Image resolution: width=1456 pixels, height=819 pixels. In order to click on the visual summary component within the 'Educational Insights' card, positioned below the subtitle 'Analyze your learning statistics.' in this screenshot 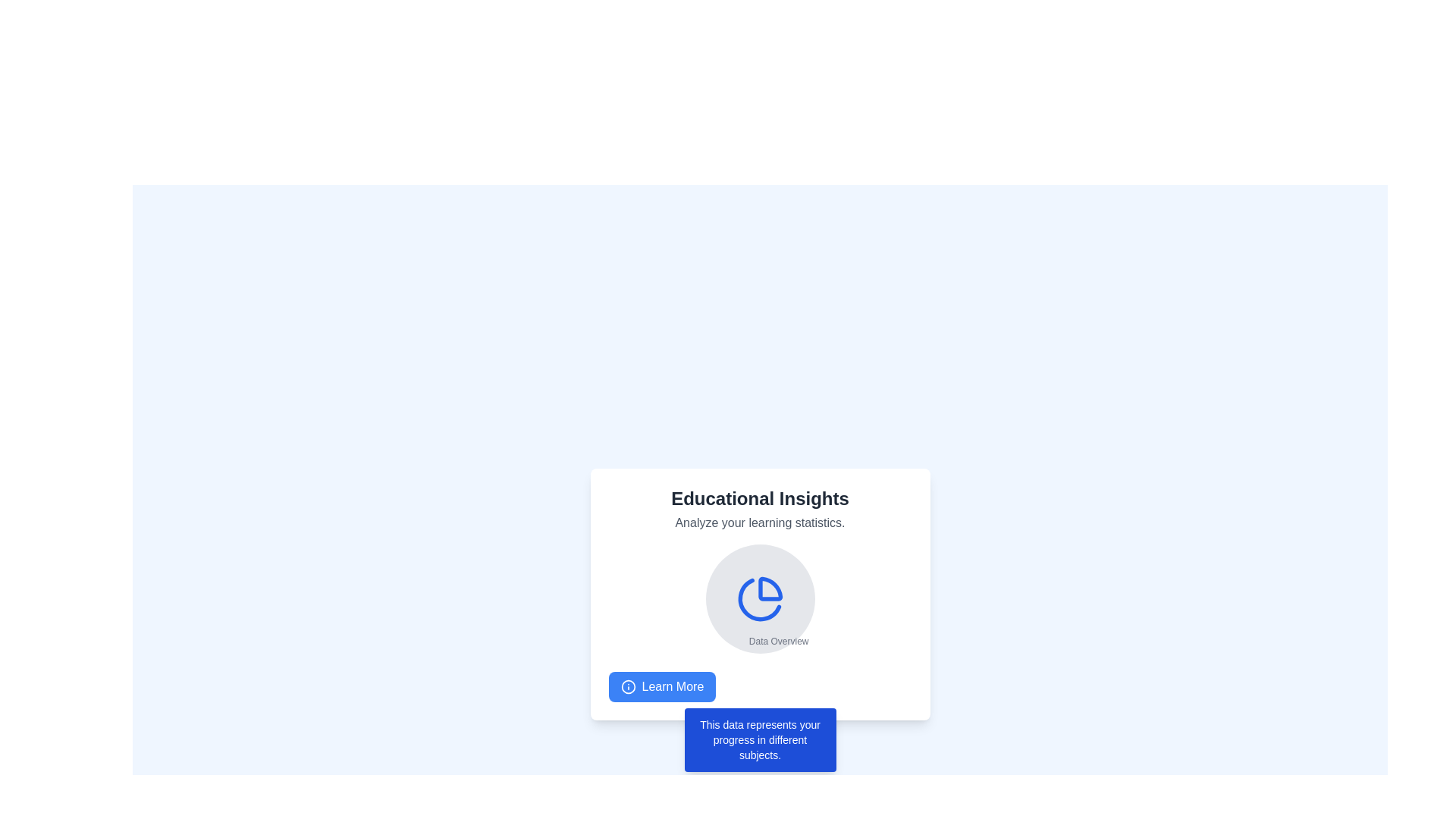, I will do `click(760, 598)`.